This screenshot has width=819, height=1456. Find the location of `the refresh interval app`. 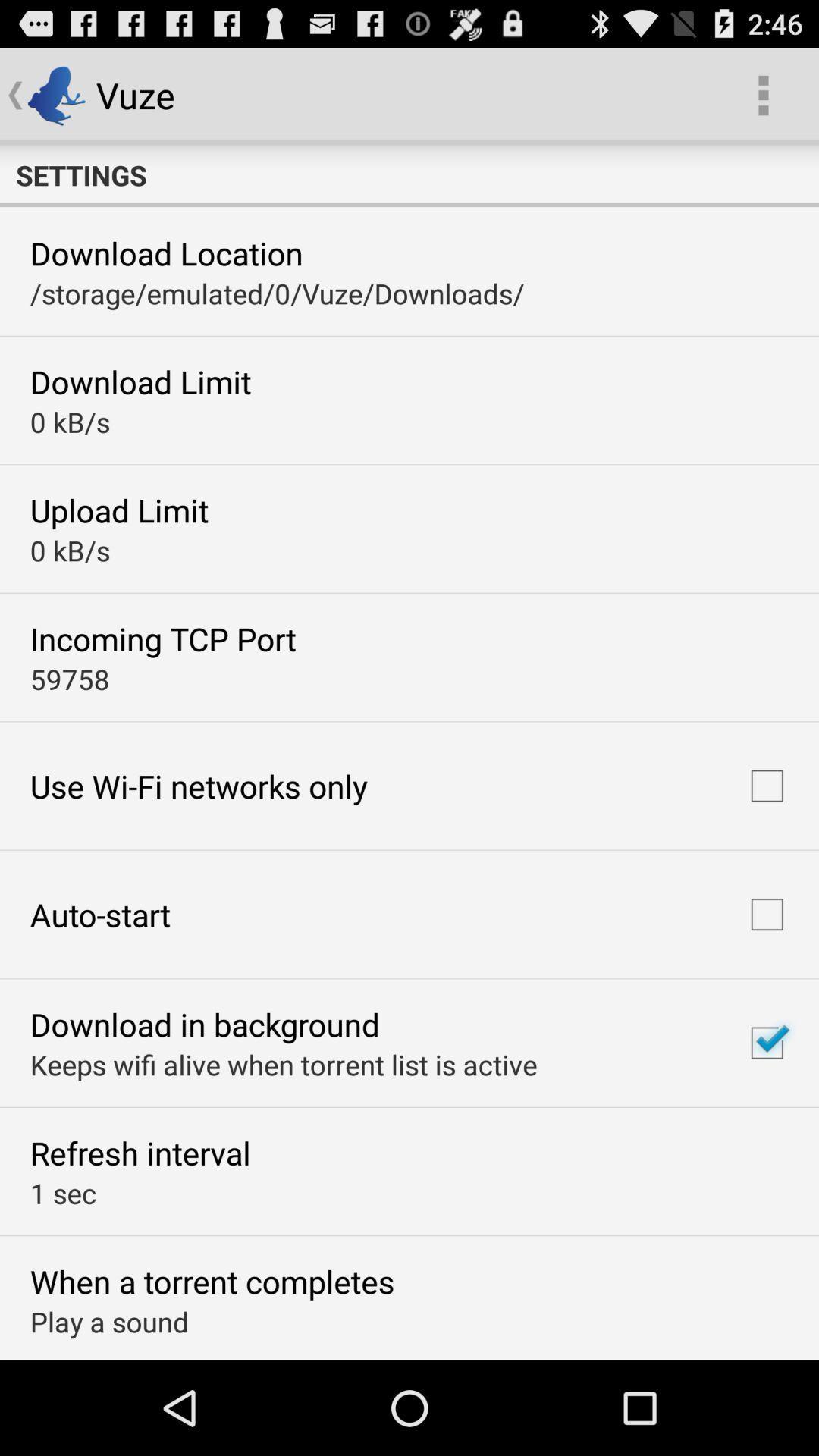

the refresh interval app is located at coordinates (140, 1153).